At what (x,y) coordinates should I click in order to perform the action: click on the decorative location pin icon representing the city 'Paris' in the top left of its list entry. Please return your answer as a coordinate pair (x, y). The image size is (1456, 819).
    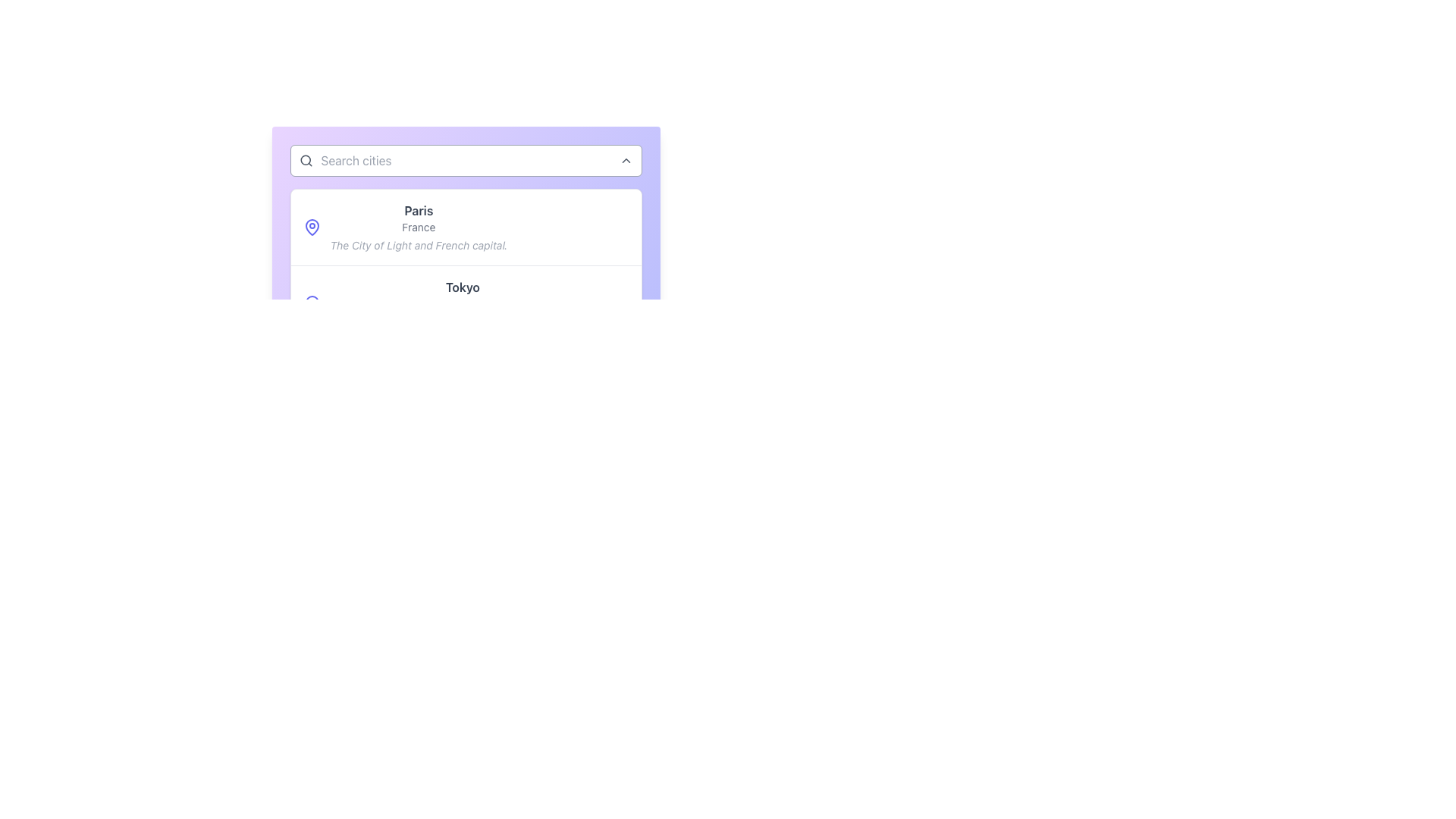
    Looking at the image, I should click on (311, 304).